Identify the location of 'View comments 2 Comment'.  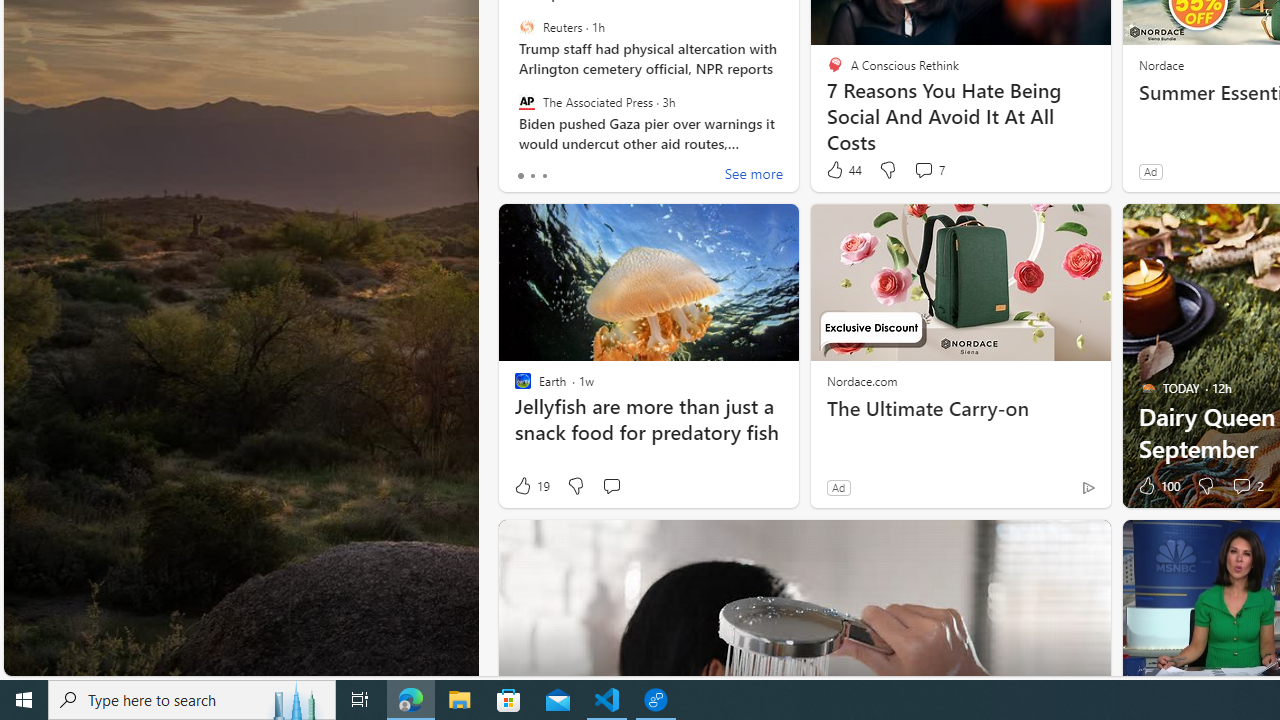
(1240, 486).